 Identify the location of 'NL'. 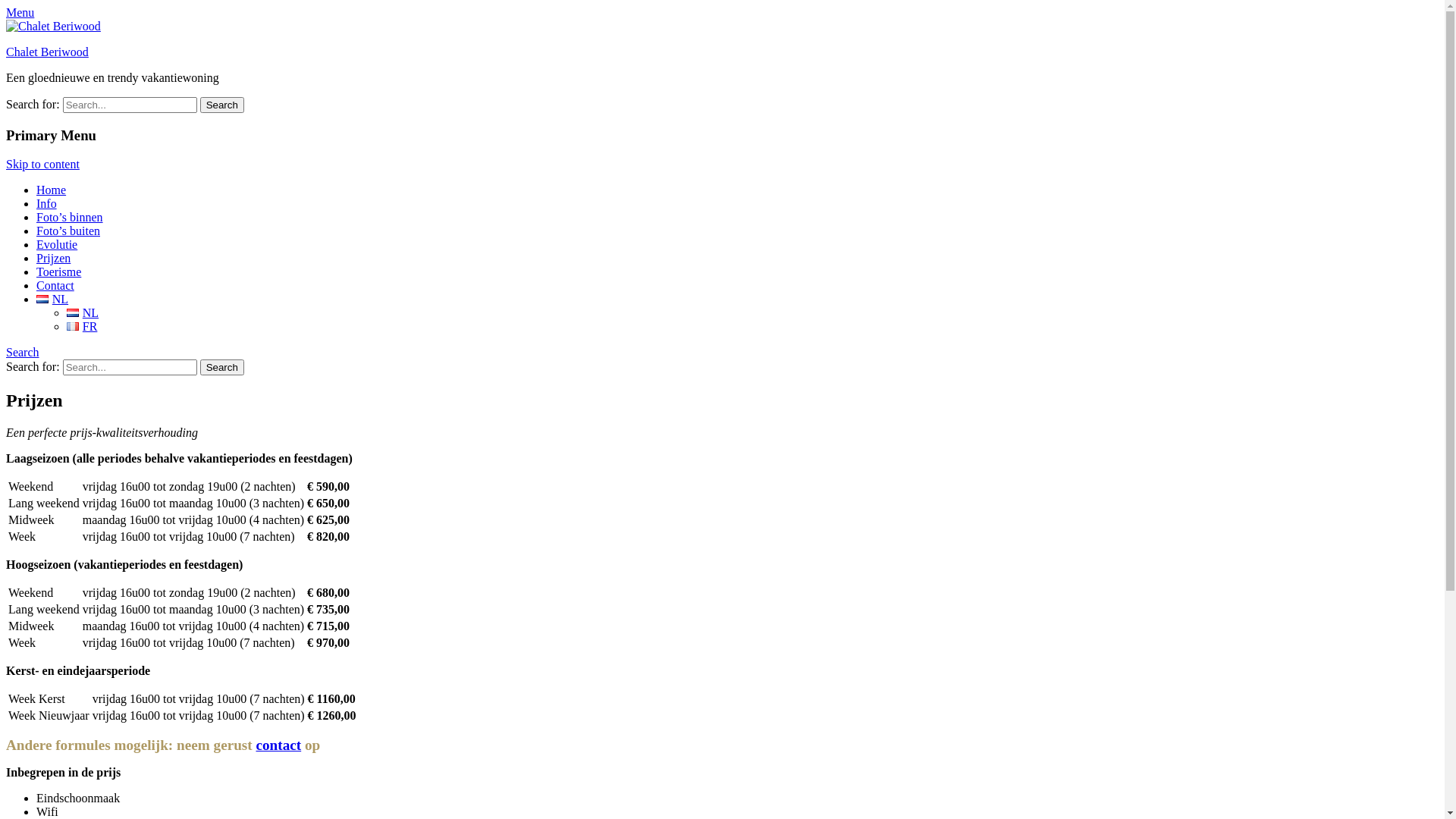
(82, 312).